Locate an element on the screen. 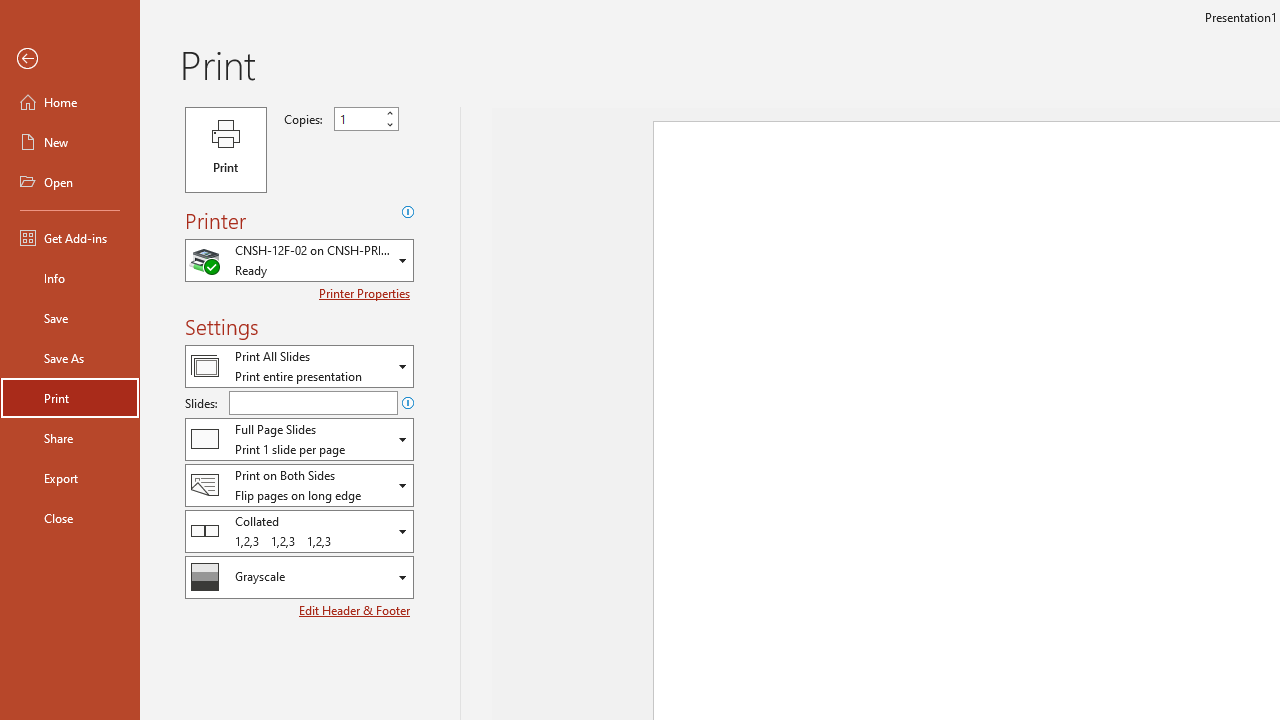 The width and height of the screenshot is (1280, 720). 'Printer Properties' is located at coordinates (366, 293).